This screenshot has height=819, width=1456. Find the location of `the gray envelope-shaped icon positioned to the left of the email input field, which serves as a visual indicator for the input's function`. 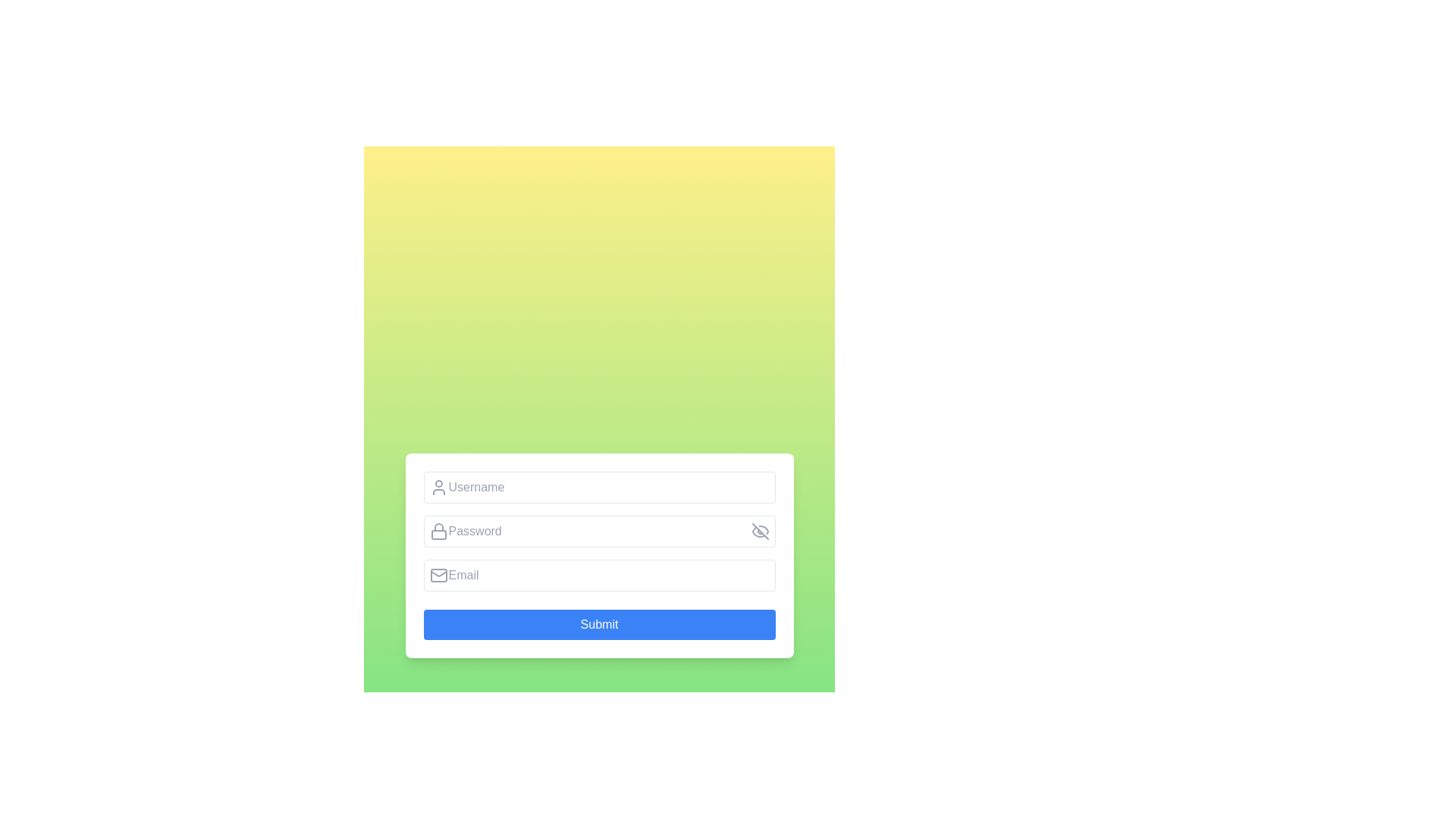

the gray envelope-shaped icon positioned to the left of the email input field, which serves as a visual indicator for the input's function is located at coordinates (438, 576).